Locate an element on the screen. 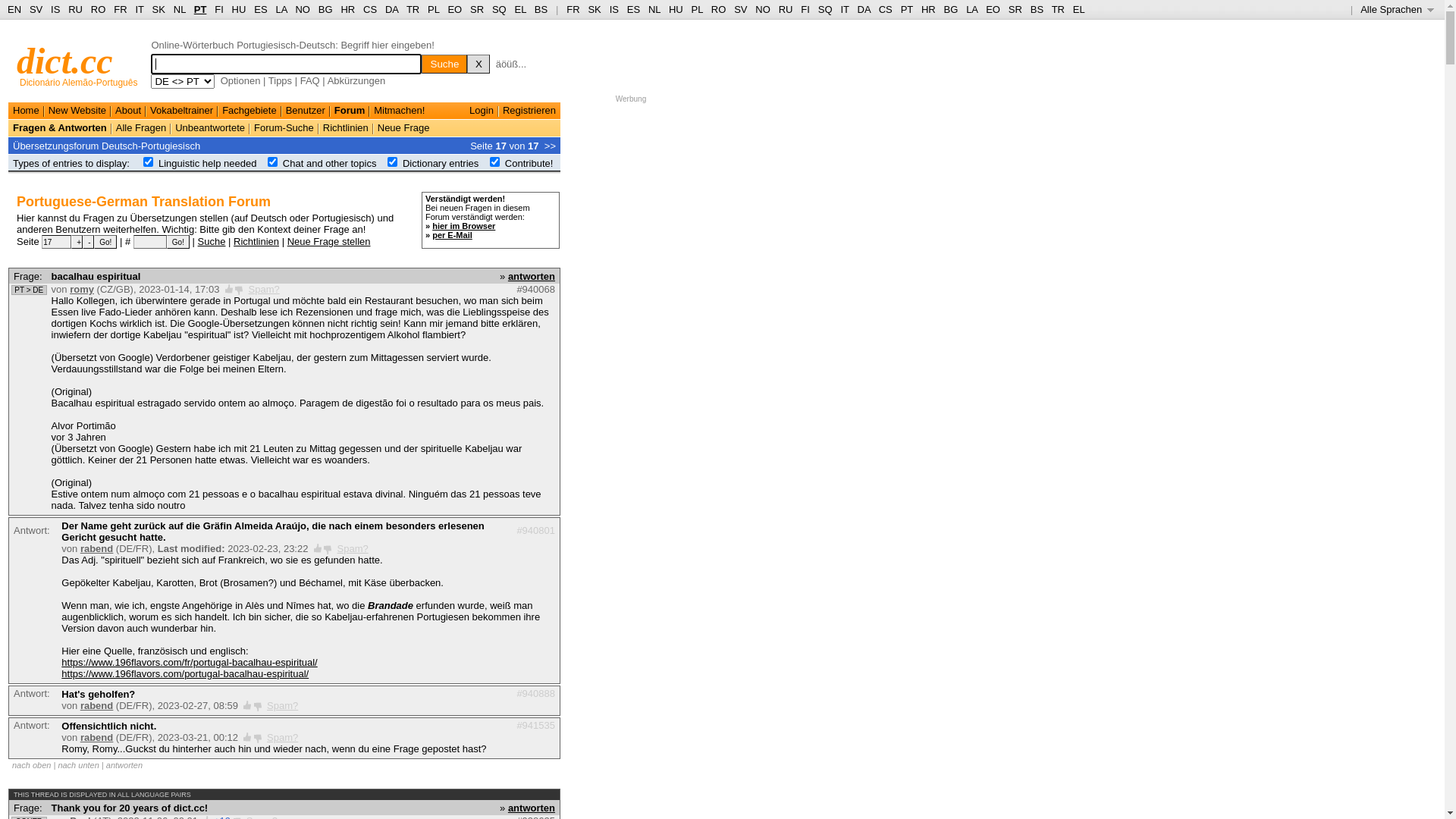 This screenshot has width=1456, height=819. 'SK' is located at coordinates (593, 9).